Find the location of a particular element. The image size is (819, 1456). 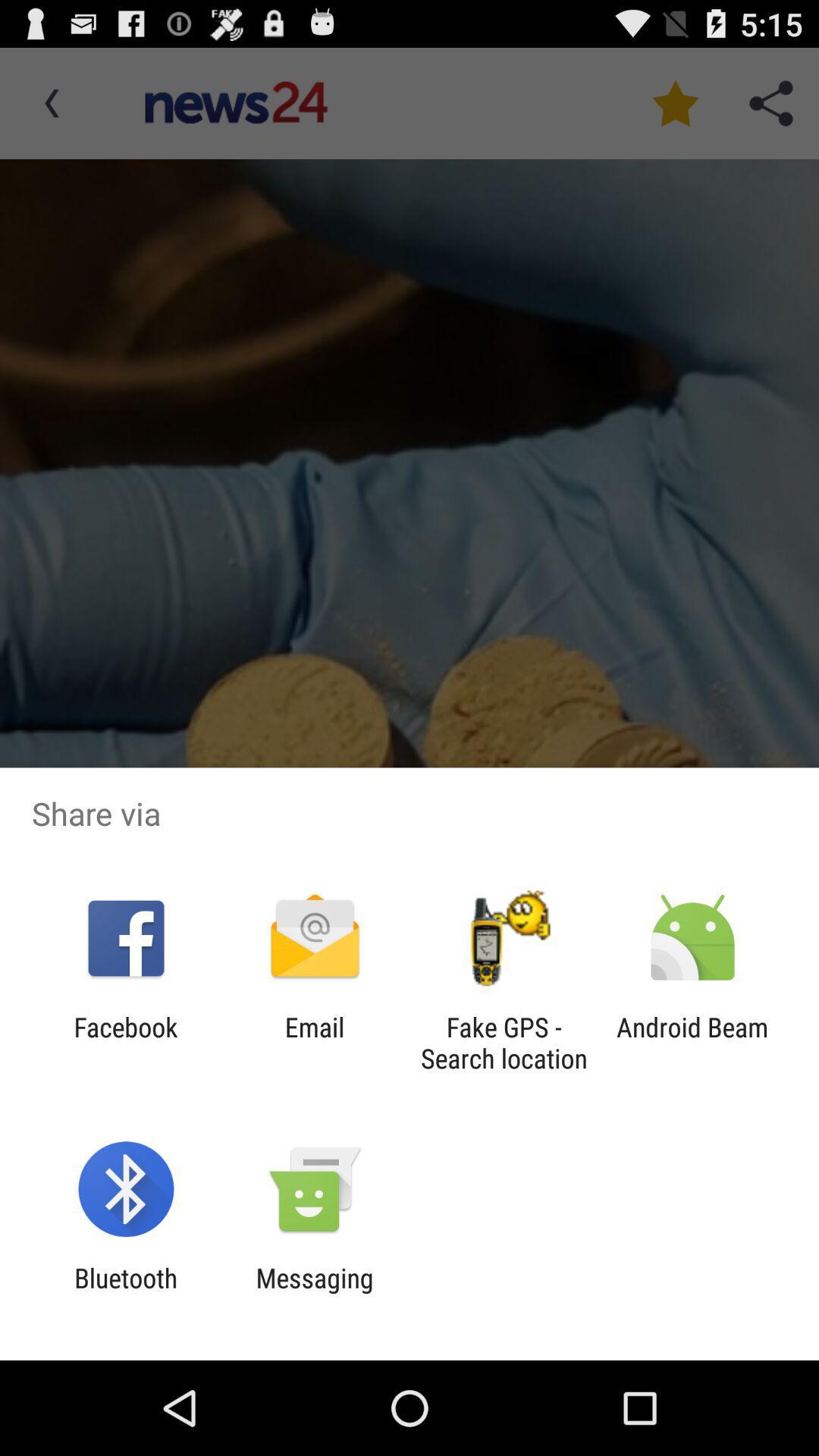

the fake gps search app is located at coordinates (504, 1042).